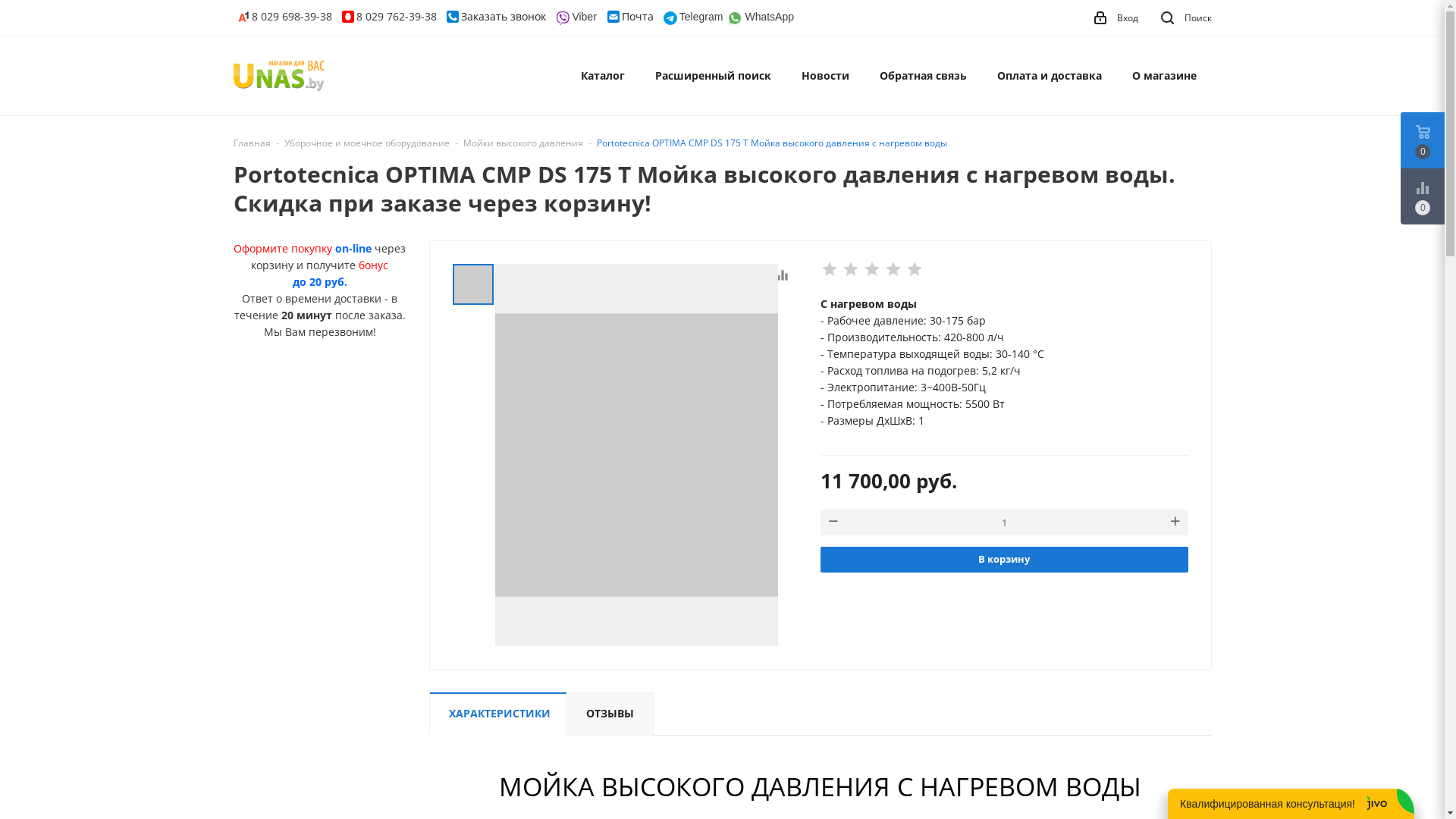 The width and height of the screenshot is (1456, 819). I want to click on 'WhatsApp', so click(761, 17).